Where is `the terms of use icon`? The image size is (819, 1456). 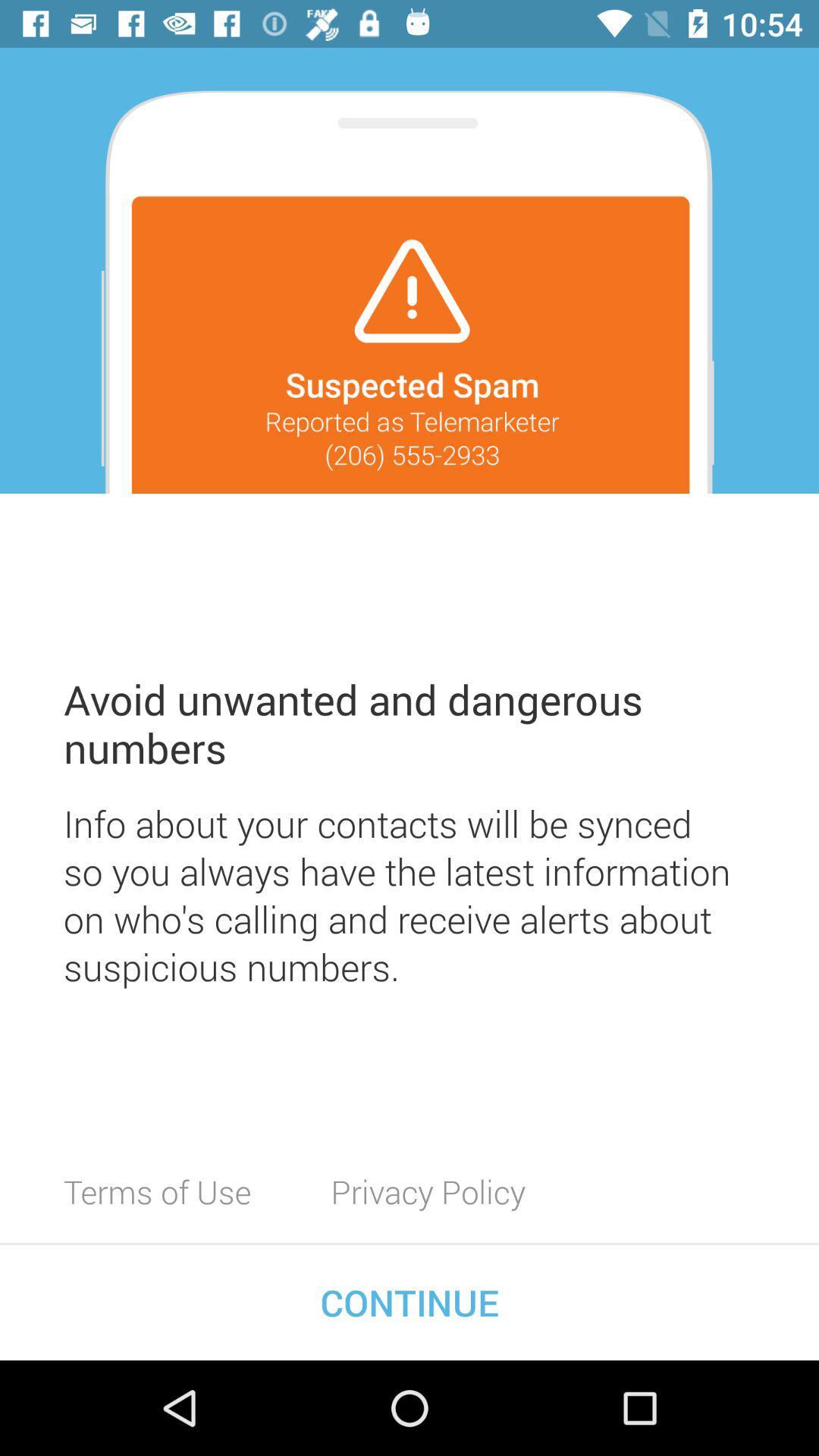
the terms of use icon is located at coordinates (157, 1191).